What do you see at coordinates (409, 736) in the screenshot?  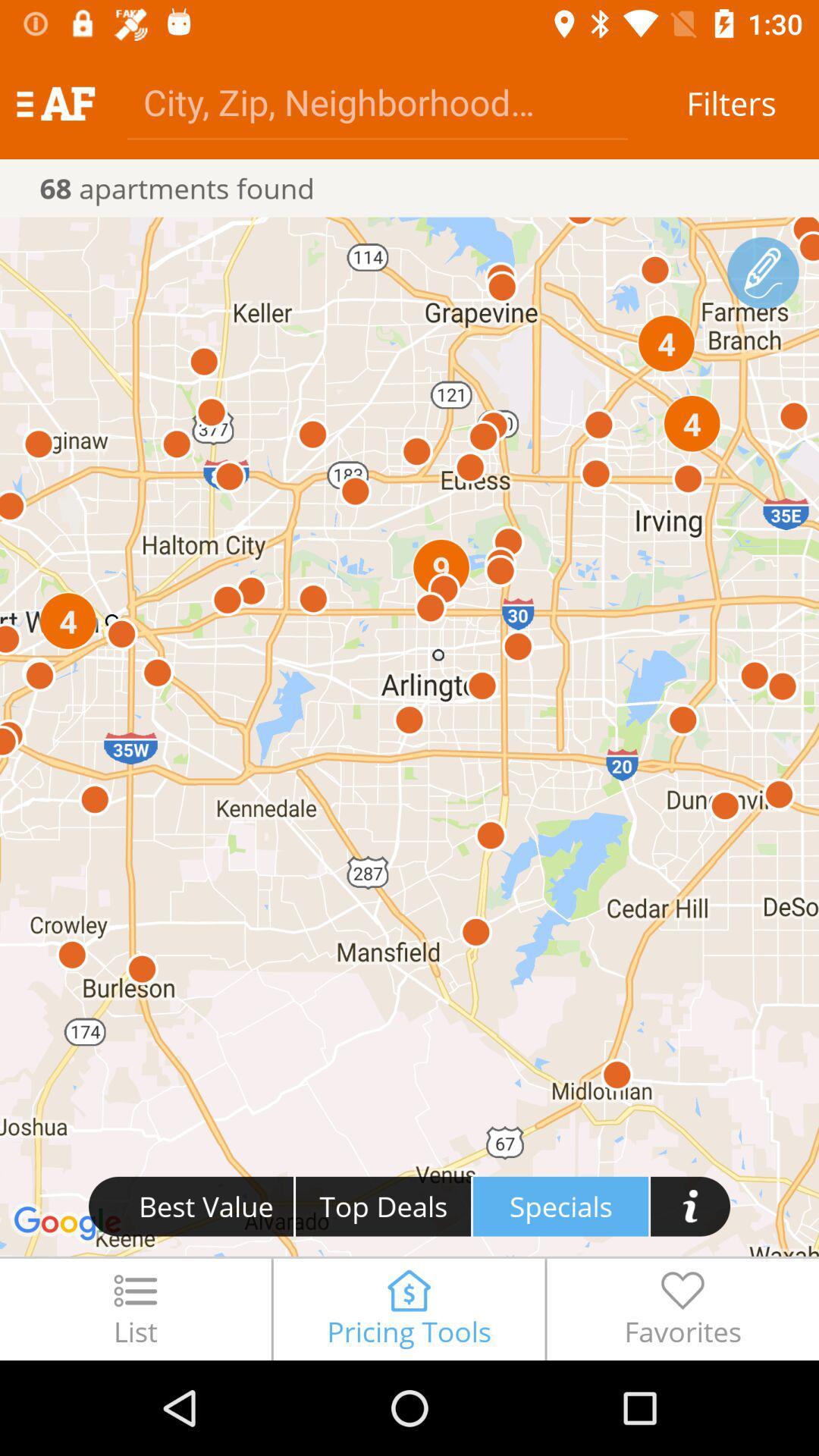 I see `icon above list item` at bounding box center [409, 736].